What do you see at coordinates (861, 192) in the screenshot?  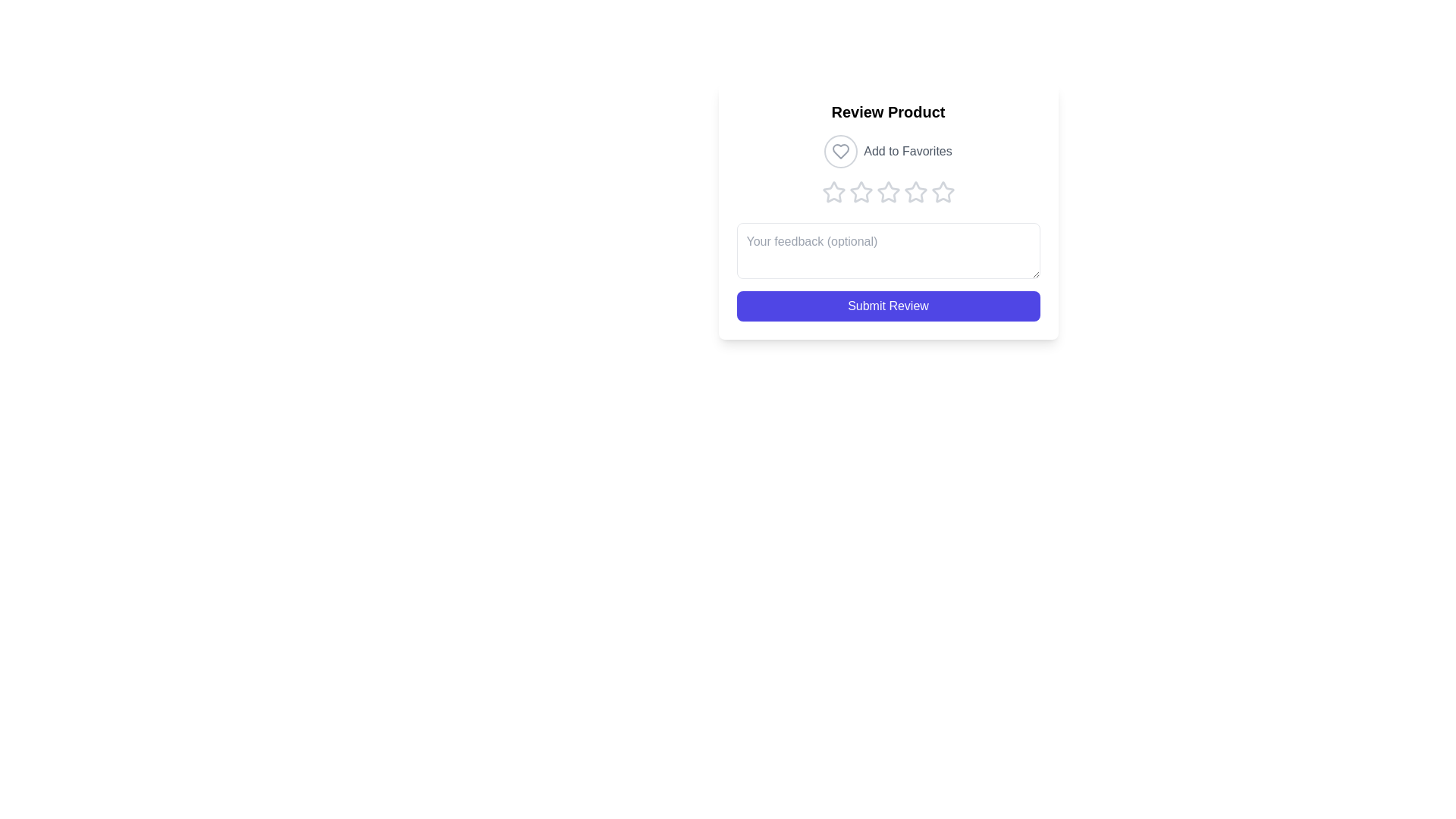 I see `the second star-shaped icon in the rating system to set the rating to two stars` at bounding box center [861, 192].